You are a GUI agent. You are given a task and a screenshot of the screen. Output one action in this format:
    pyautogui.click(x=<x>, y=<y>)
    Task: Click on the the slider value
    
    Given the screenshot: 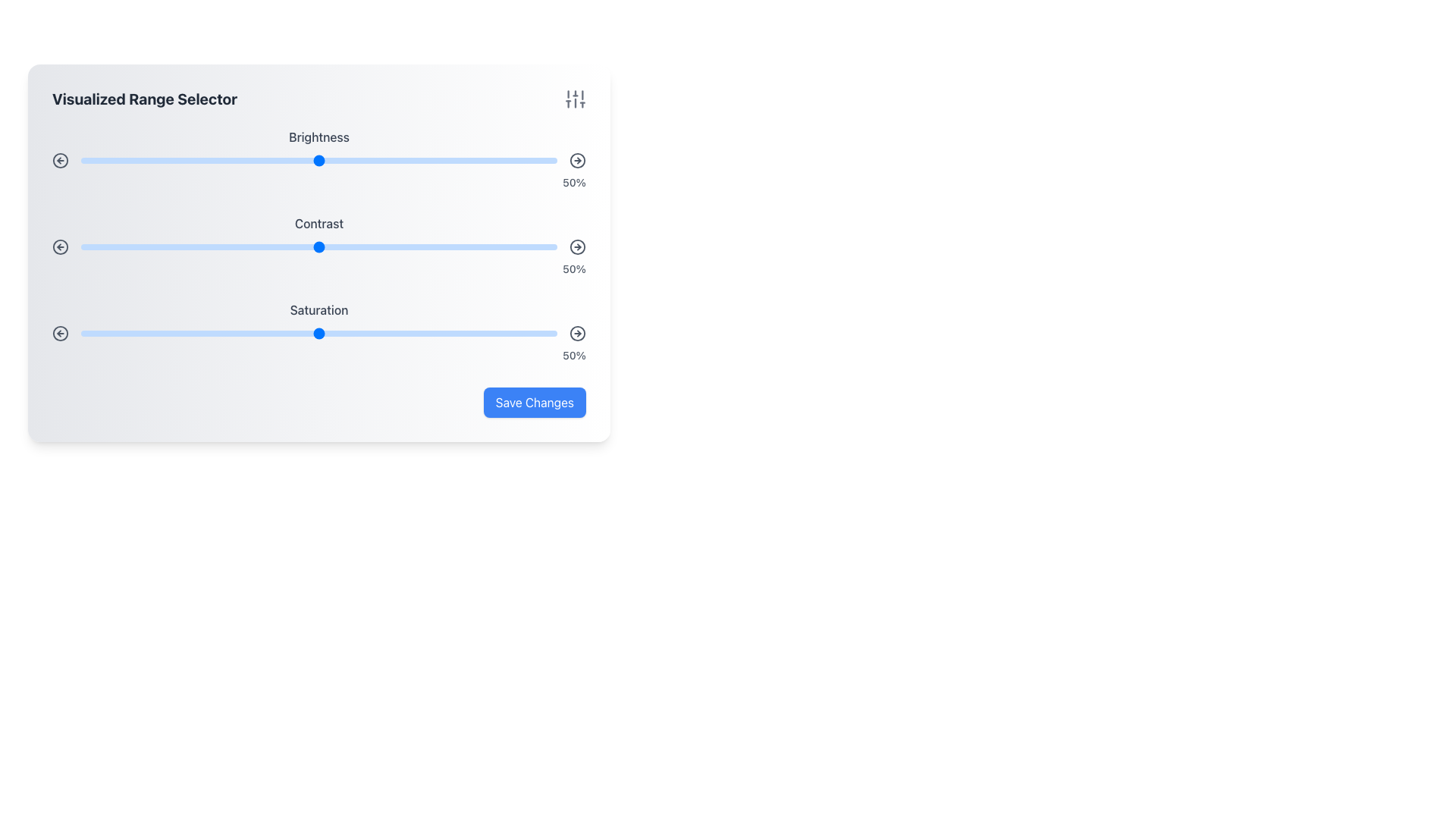 What is the action you would take?
    pyautogui.click(x=286, y=246)
    